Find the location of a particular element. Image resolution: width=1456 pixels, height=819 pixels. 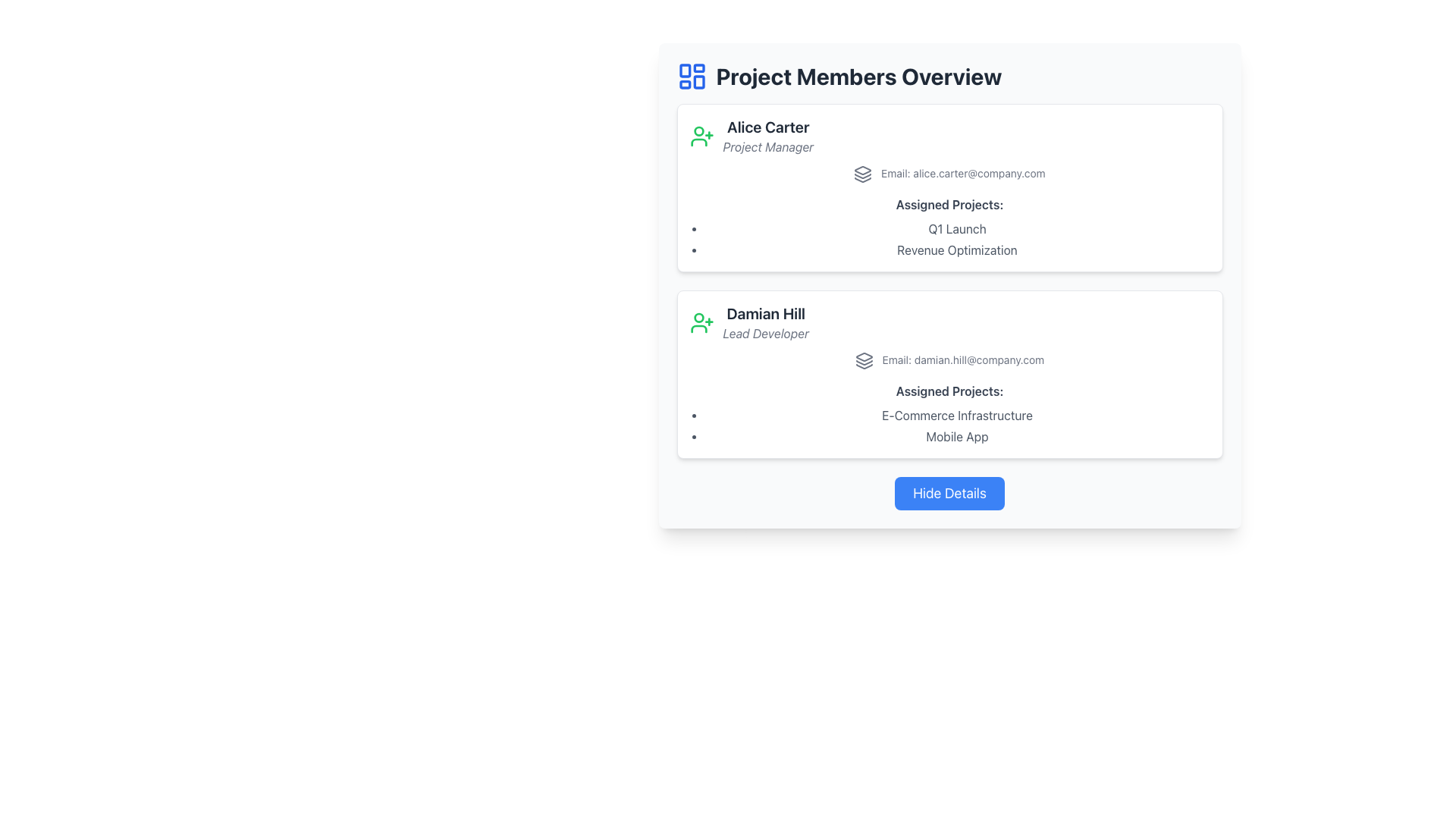

the text label 'Revenue Optimization' located under the 'Assigned Projects' section for user 'Alice Carter', directly below 'Q1 Launch' is located at coordinates (956, 249).